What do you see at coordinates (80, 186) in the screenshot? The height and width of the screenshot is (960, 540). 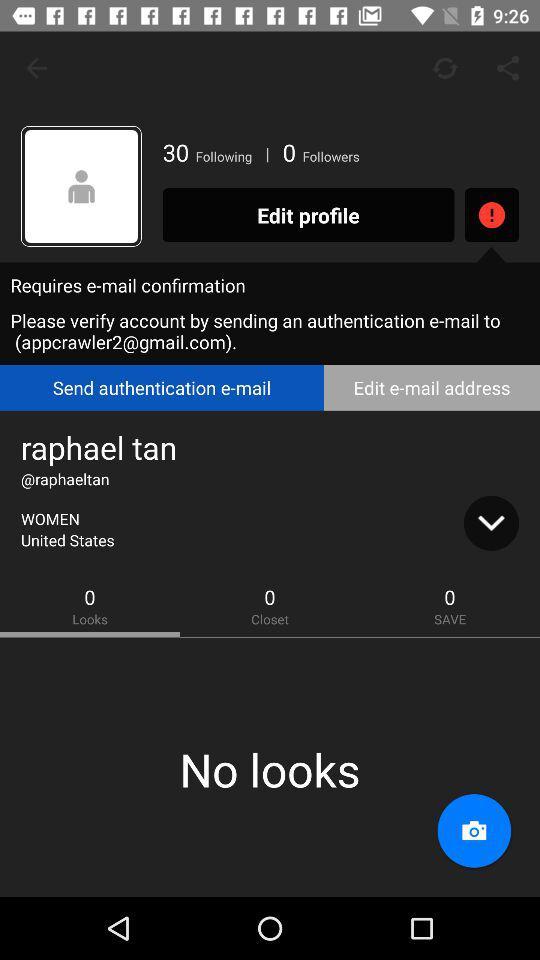 I see `una red intuitiva` at bounding box center [80, 186].